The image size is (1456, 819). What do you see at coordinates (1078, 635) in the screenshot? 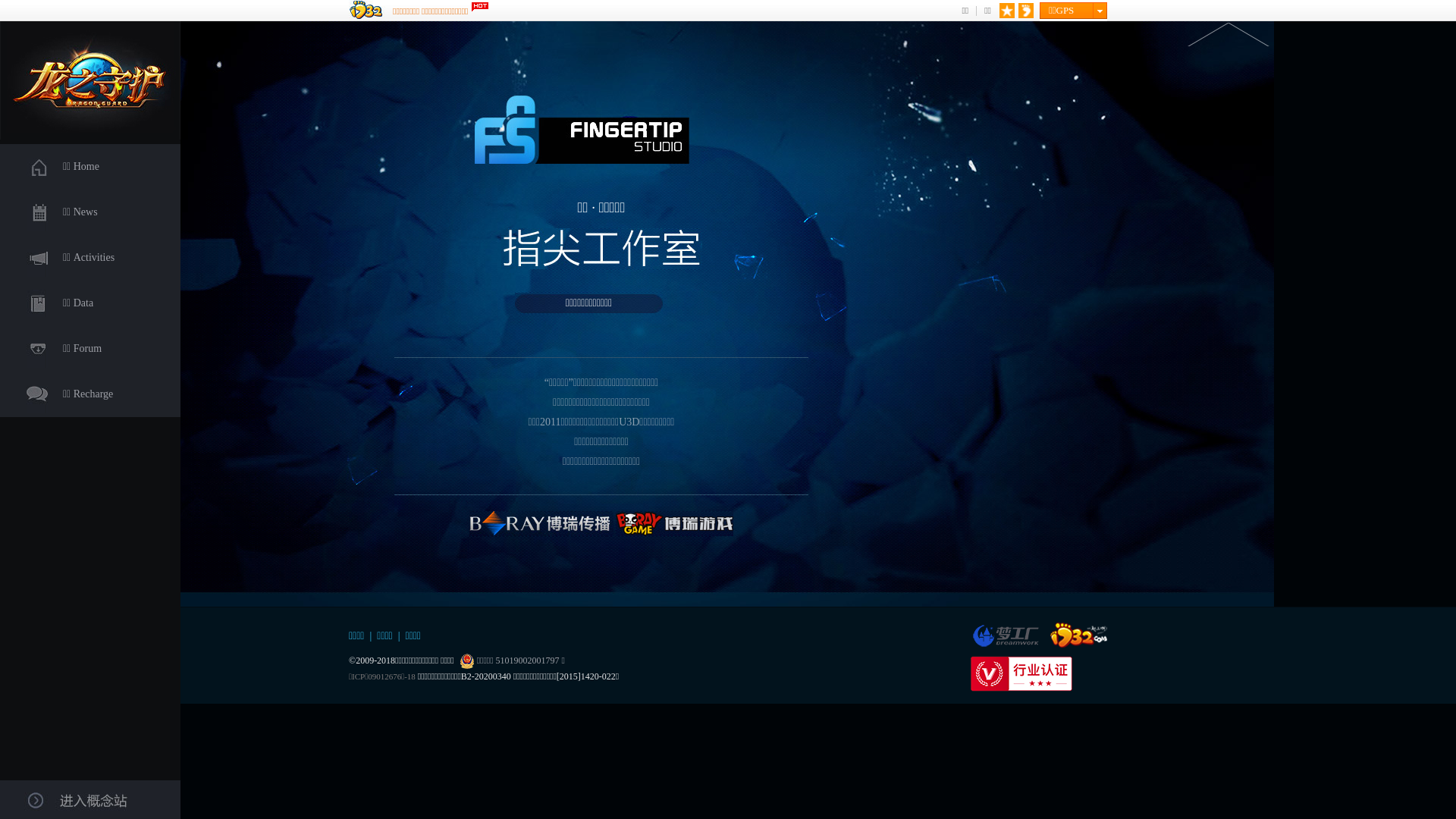
I see `'1732'` at bounding box center [1078, 635].